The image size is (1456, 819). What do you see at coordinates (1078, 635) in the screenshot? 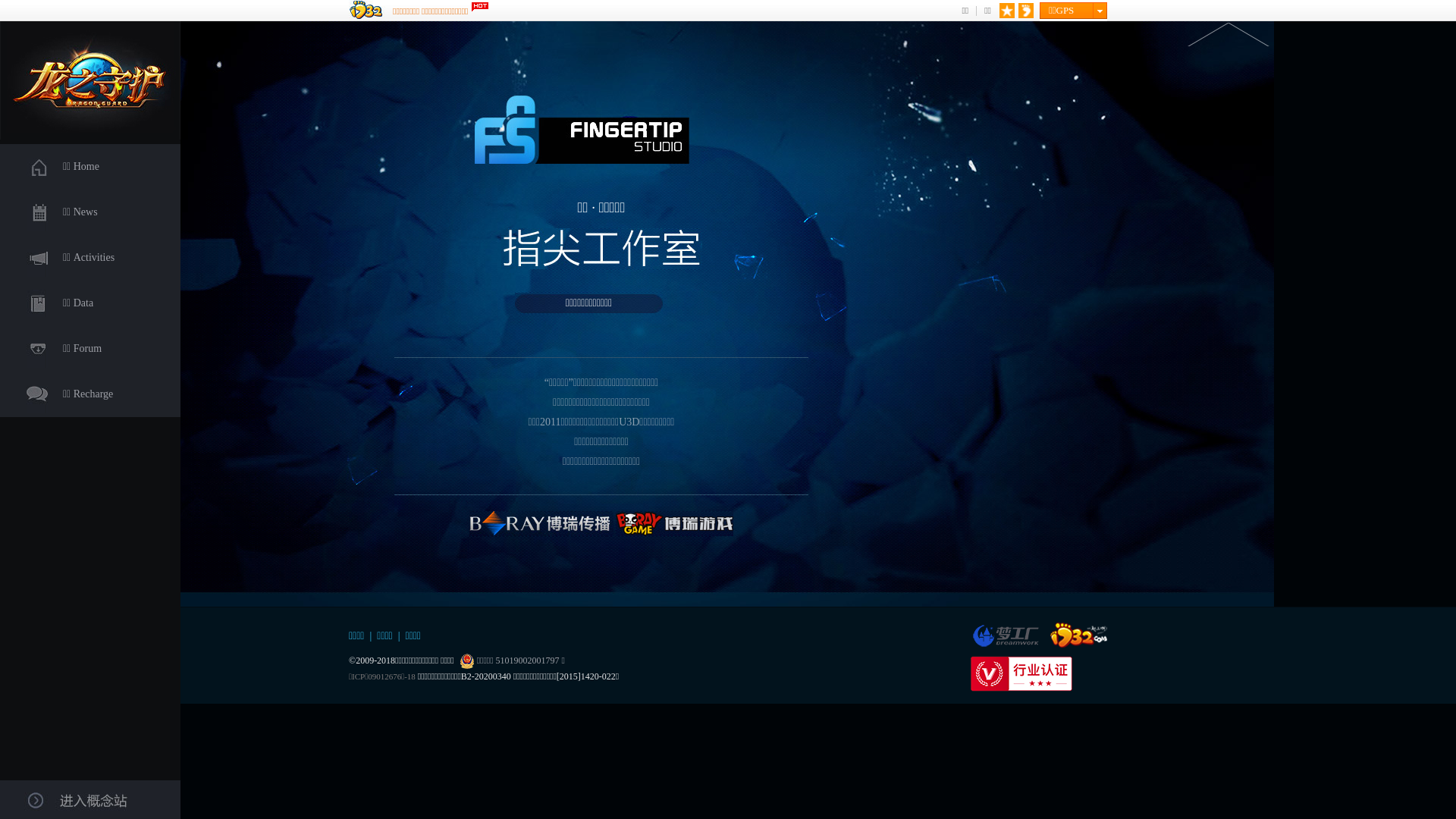
I see `'1732'` at bounding box center [1078, 635].